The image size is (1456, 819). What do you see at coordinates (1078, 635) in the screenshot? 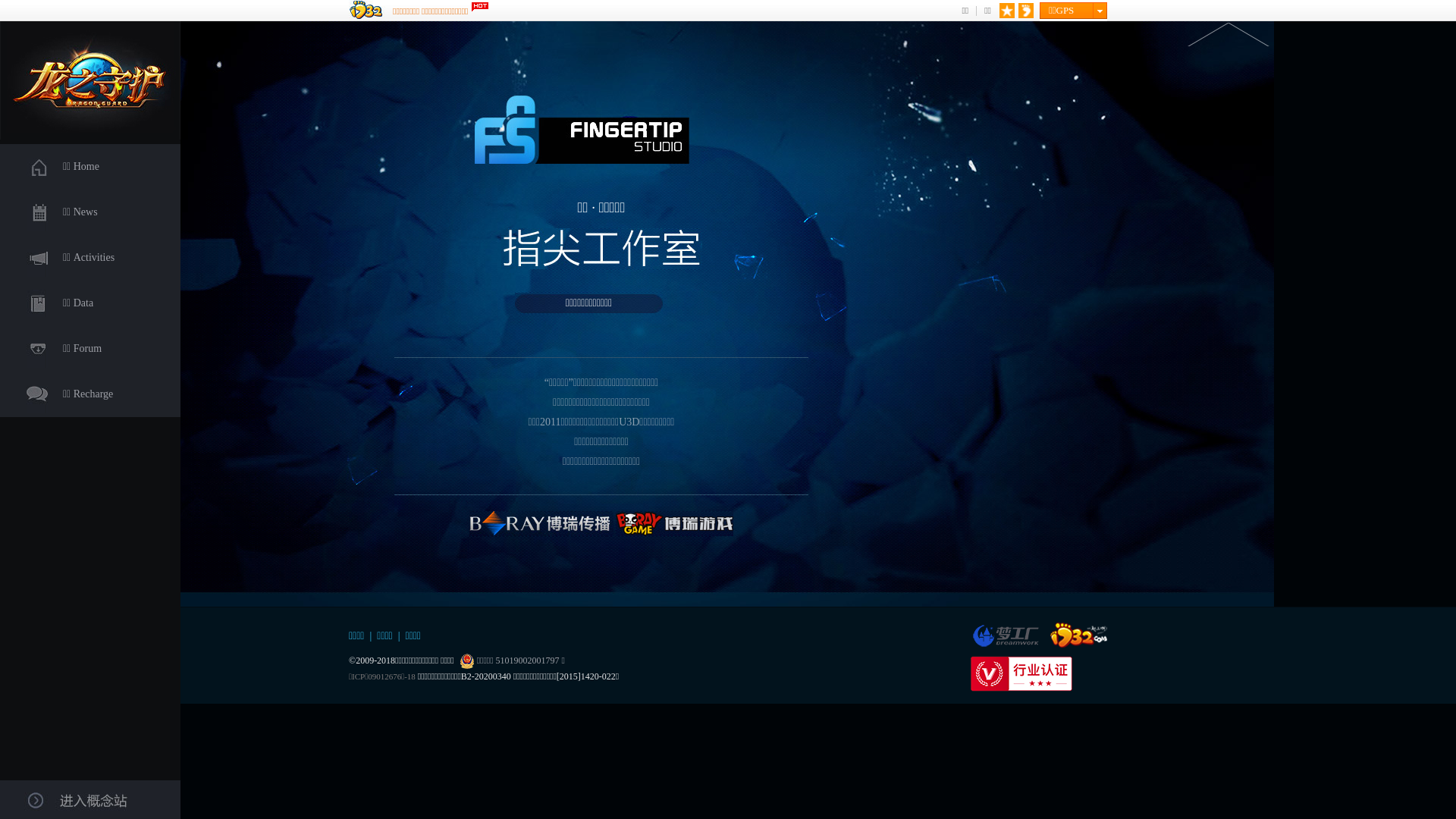
I see `'1732'` at bounding box center [1078, 635].